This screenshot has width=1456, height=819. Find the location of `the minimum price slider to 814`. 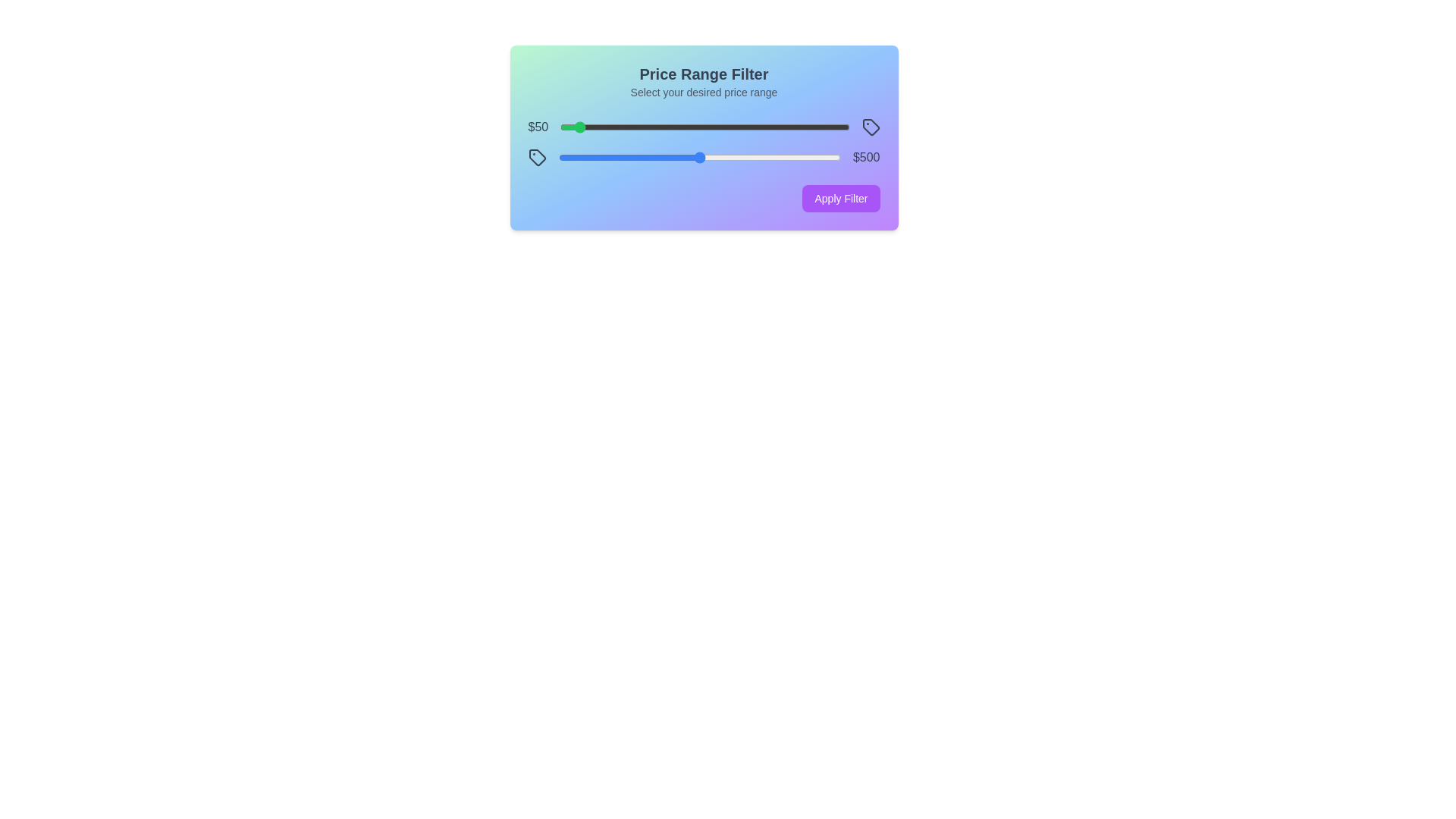

the minimum price slider to 814 is located at coordinates (795, 127).